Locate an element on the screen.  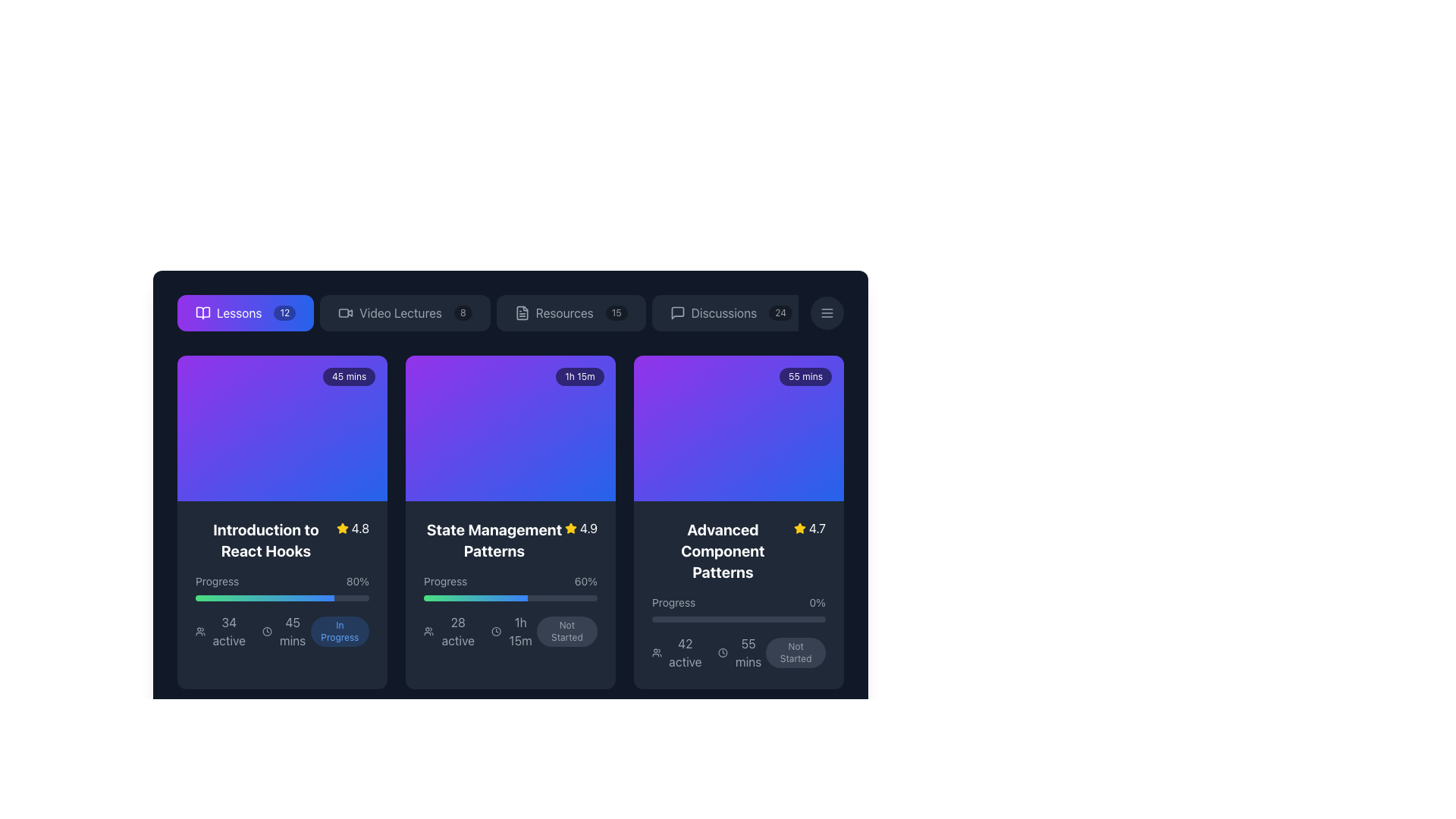
the progress details of the progress indicator element that shows completion percentages and user activity for the learning module titled 'State Management Patterns' is located at coordinates (510, 610).